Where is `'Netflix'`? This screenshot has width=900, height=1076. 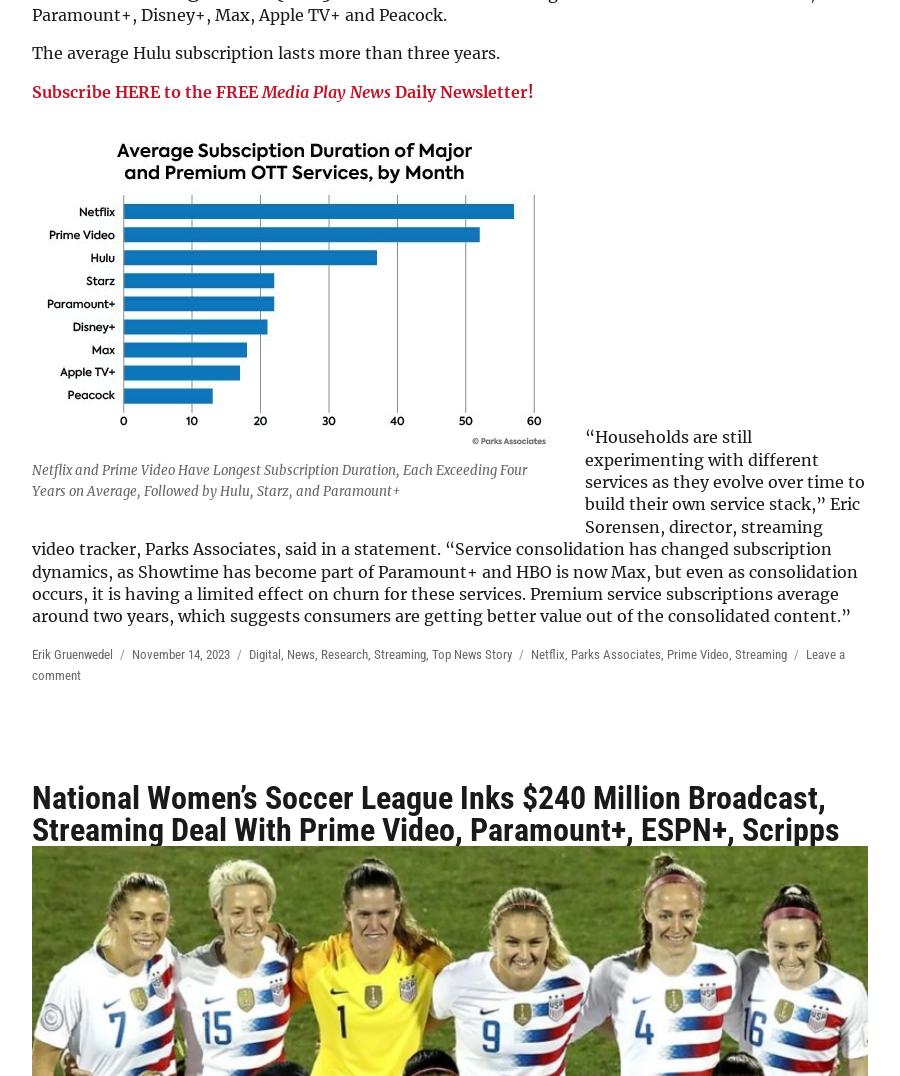
'Netflix' is located at coordinates (547, 652).